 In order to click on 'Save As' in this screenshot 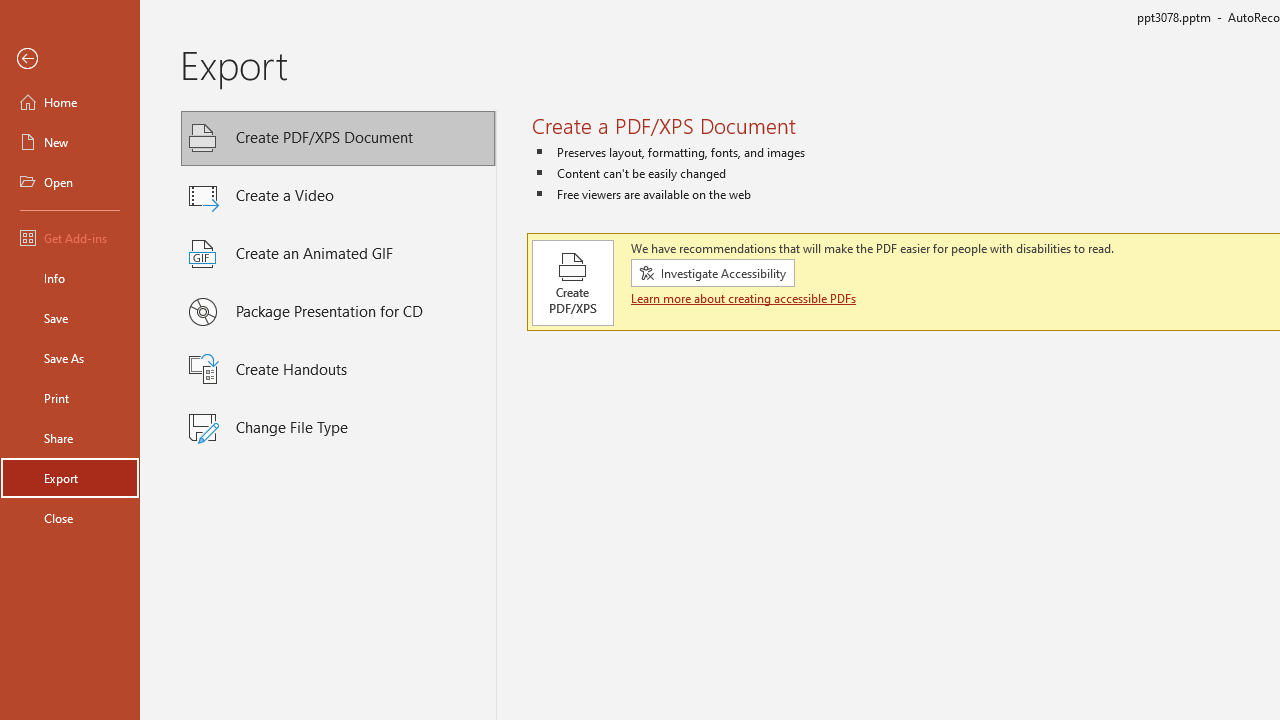, I will do `click(69, 356)`.